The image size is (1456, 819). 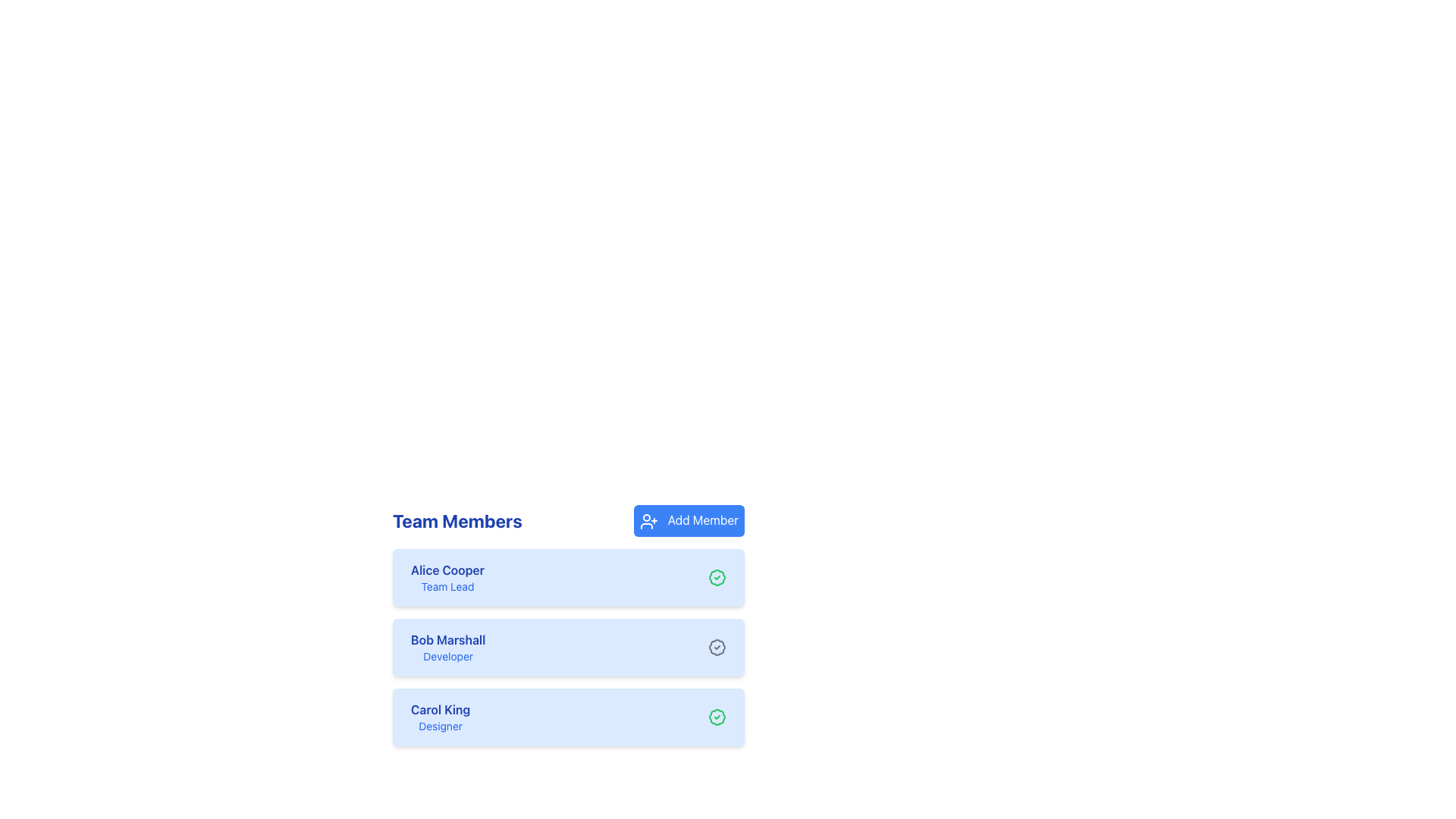 What do you see at coordinates (440, 709) in the screenshot?
I see `the Text Label displaying 'Carol King' in the 'Team Members' section, which serves to identify the specific team member` at bounding box center [440, 709].